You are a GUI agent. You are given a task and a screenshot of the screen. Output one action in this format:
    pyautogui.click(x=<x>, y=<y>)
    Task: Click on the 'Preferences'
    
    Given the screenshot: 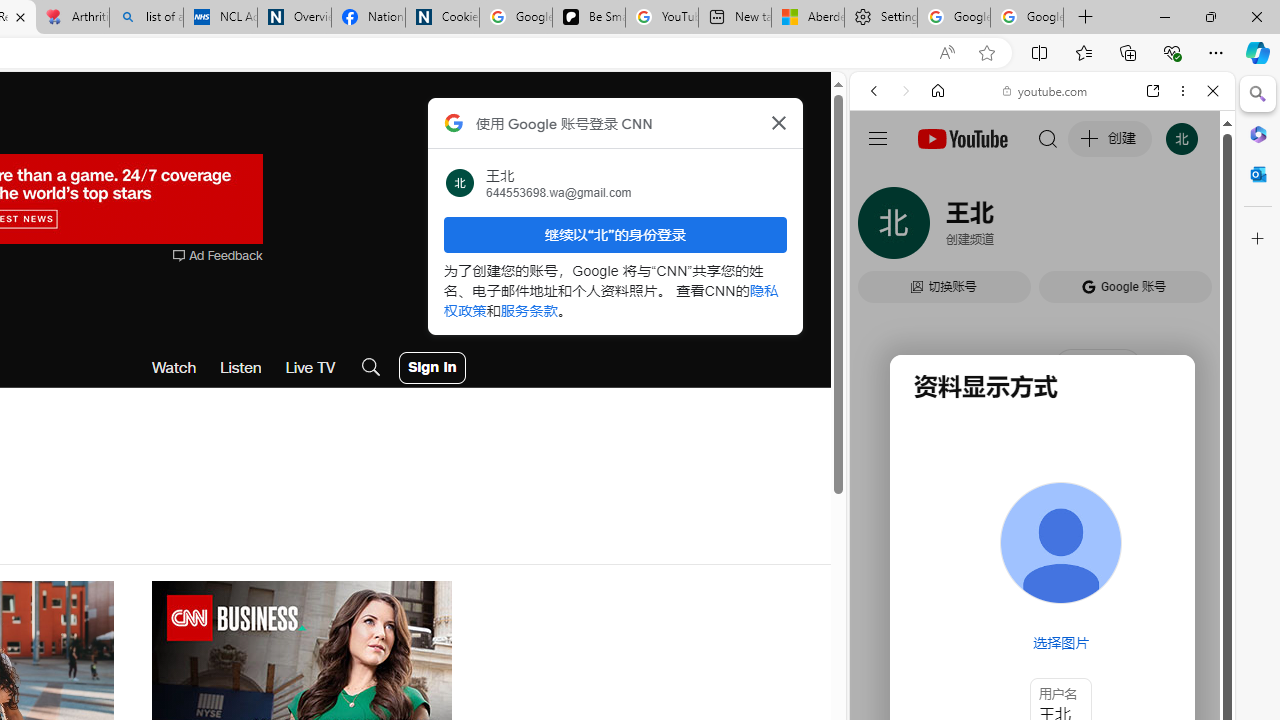 What is the action you would take?
    pyautogui.click(x=1189, y=227)
    